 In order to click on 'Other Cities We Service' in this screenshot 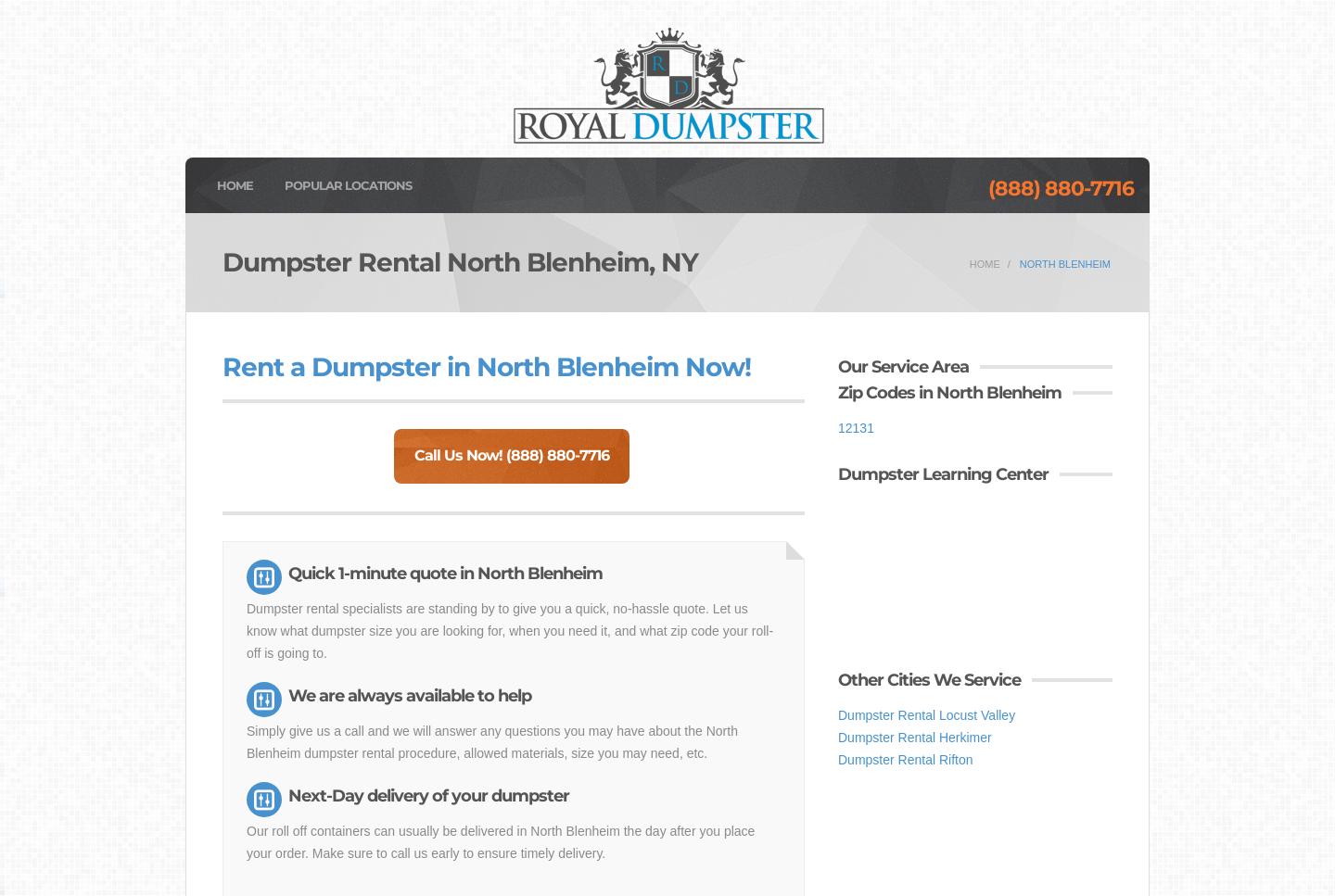, I will do `click(928, 678)`.